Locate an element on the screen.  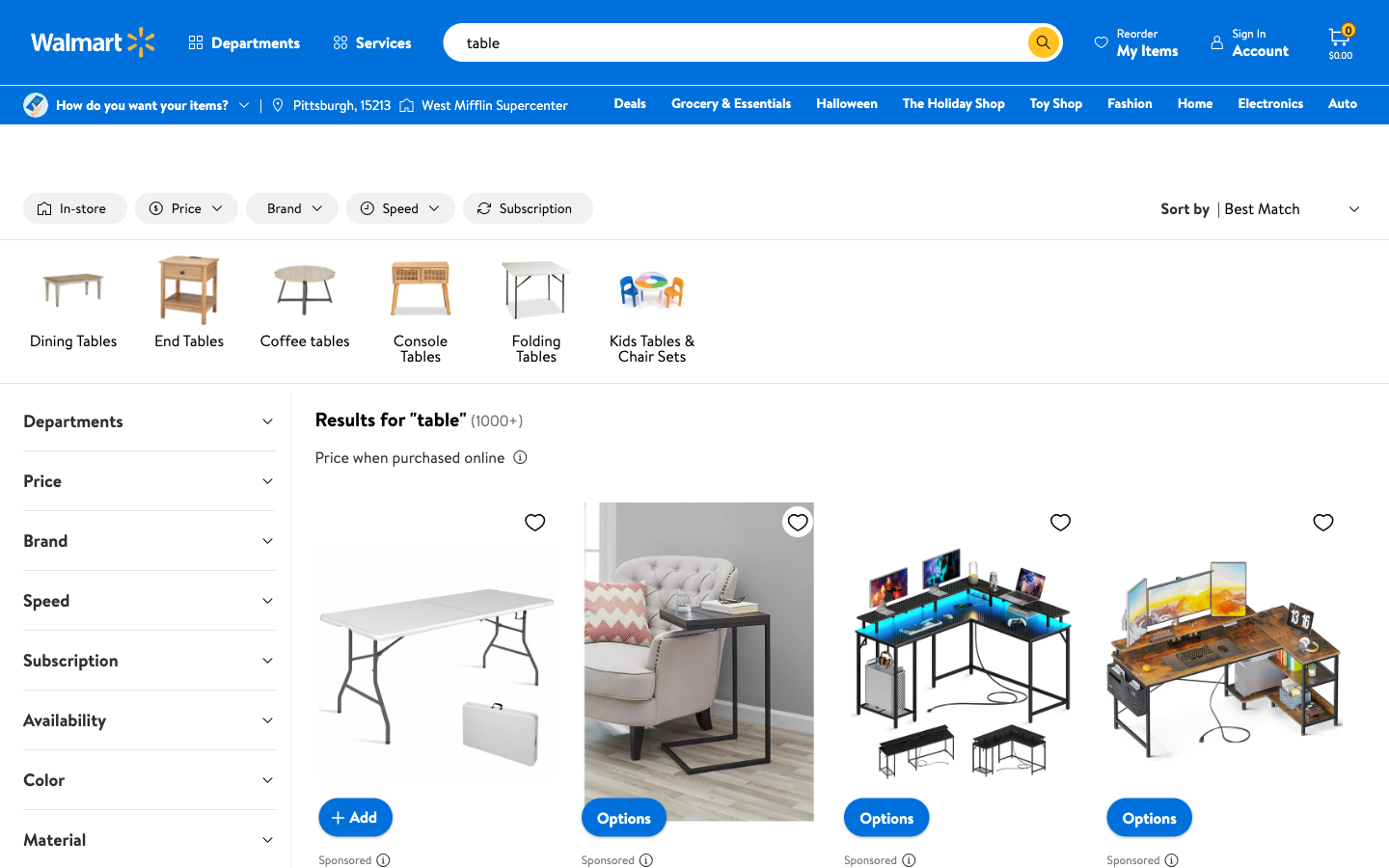
three tables to the shopping bag is located at coordinates (354, 816).